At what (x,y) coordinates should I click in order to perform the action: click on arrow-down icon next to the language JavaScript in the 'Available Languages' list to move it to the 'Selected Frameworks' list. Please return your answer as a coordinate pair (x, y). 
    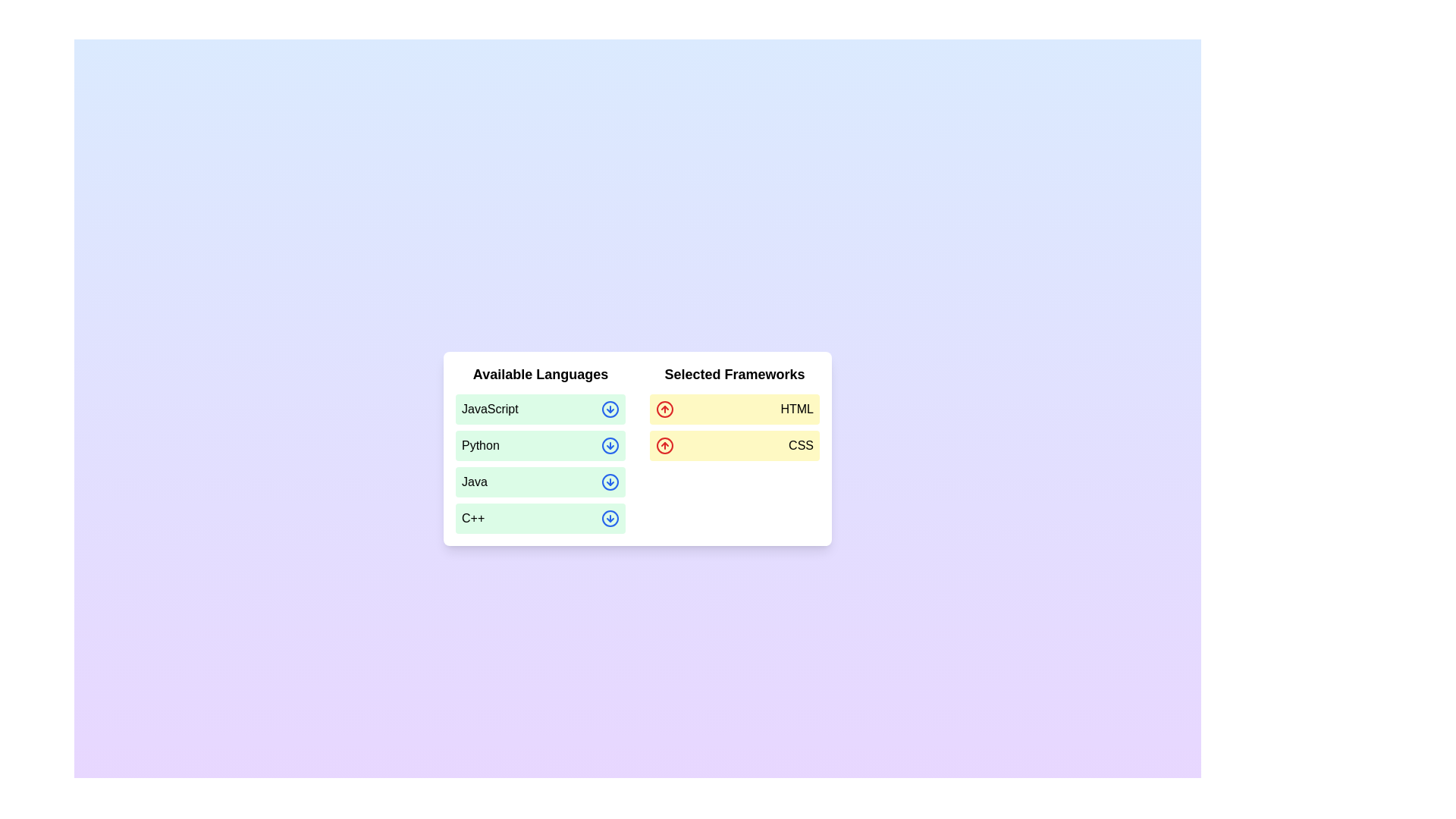
    Looking at the image, I should click on (610, 409).